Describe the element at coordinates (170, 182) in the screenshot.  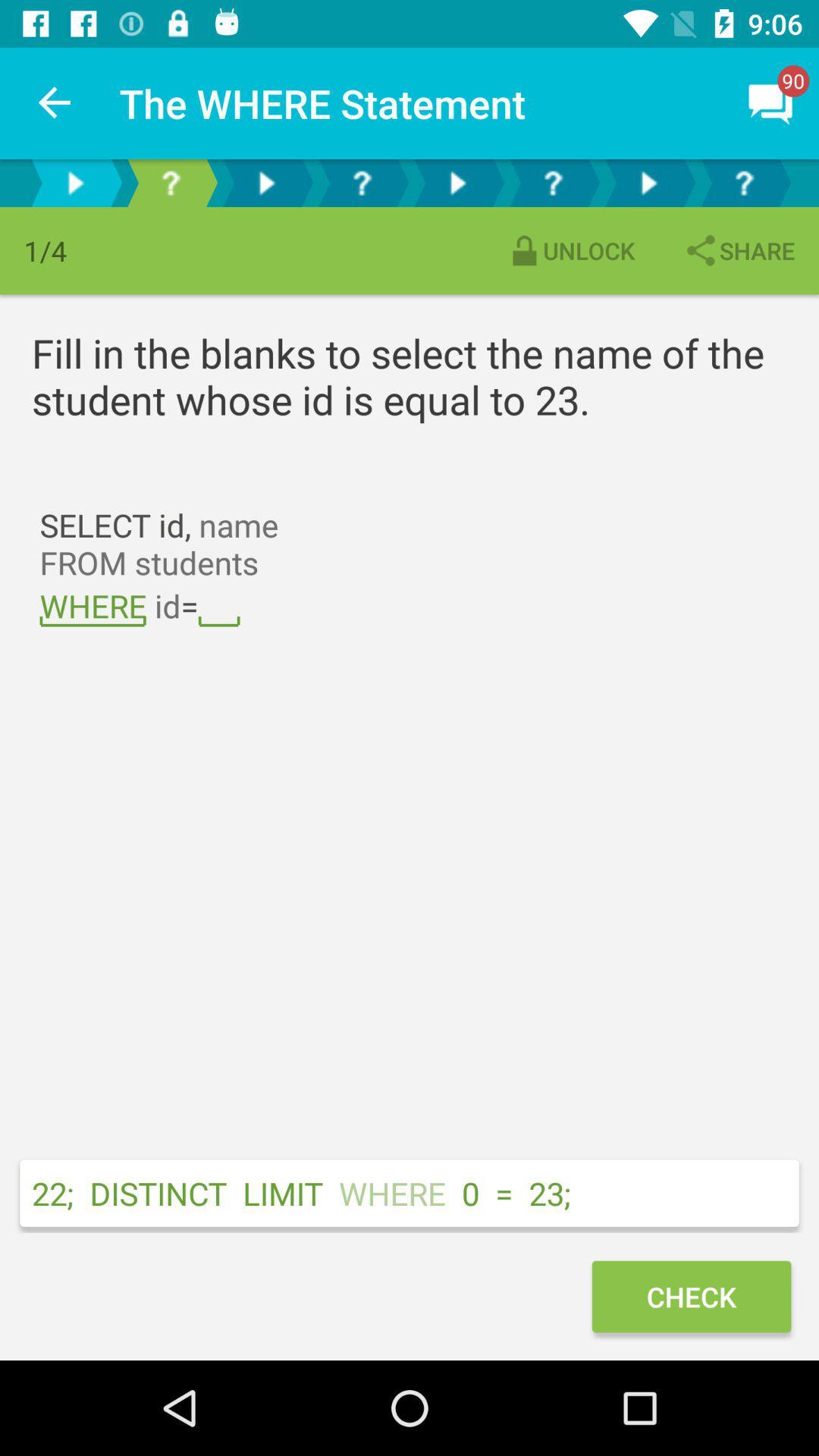
I see `frequently asked questions` at that location.